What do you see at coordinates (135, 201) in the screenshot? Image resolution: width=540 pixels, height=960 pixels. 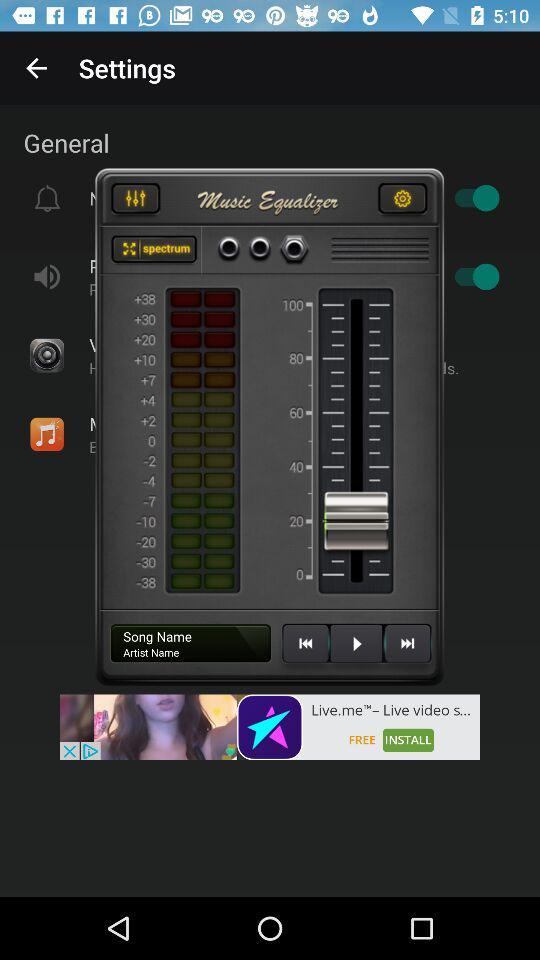 I see `equalizer sliders` at bounding box center [135, 201].